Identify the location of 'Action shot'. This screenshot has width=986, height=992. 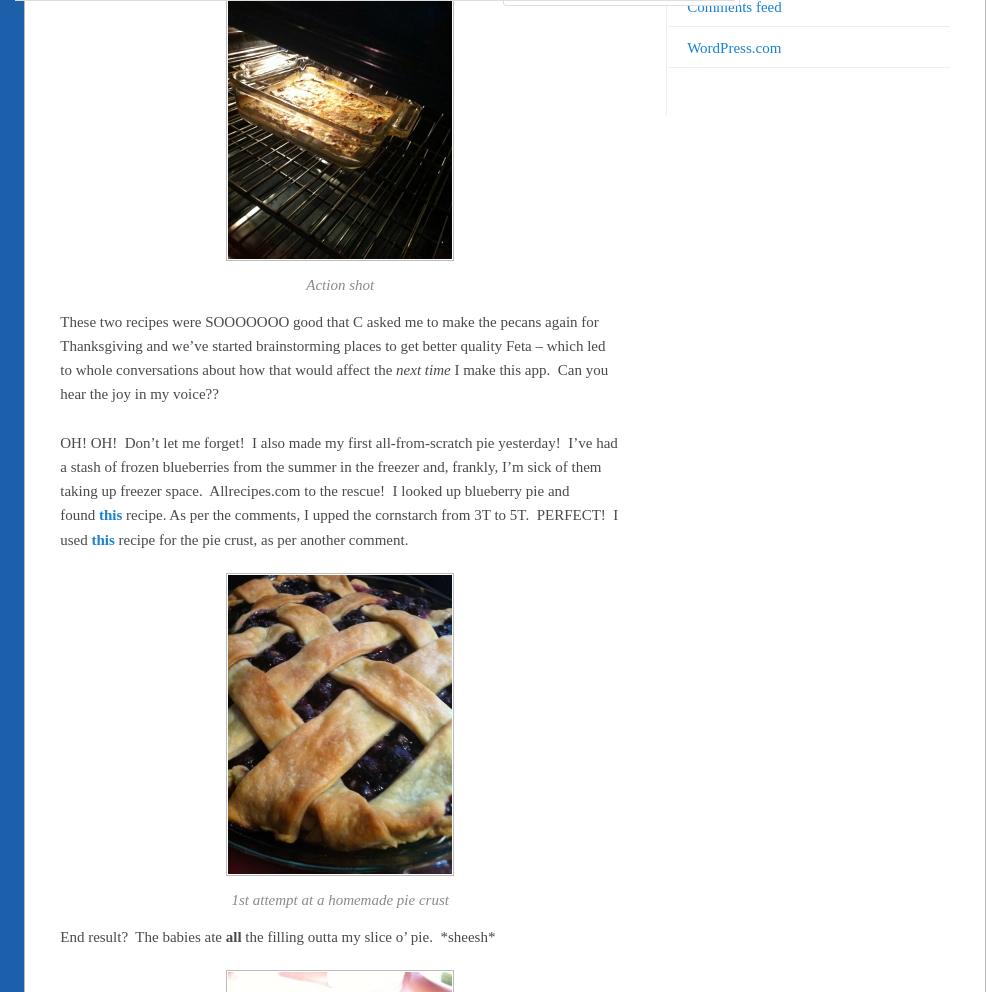
(305, 284).